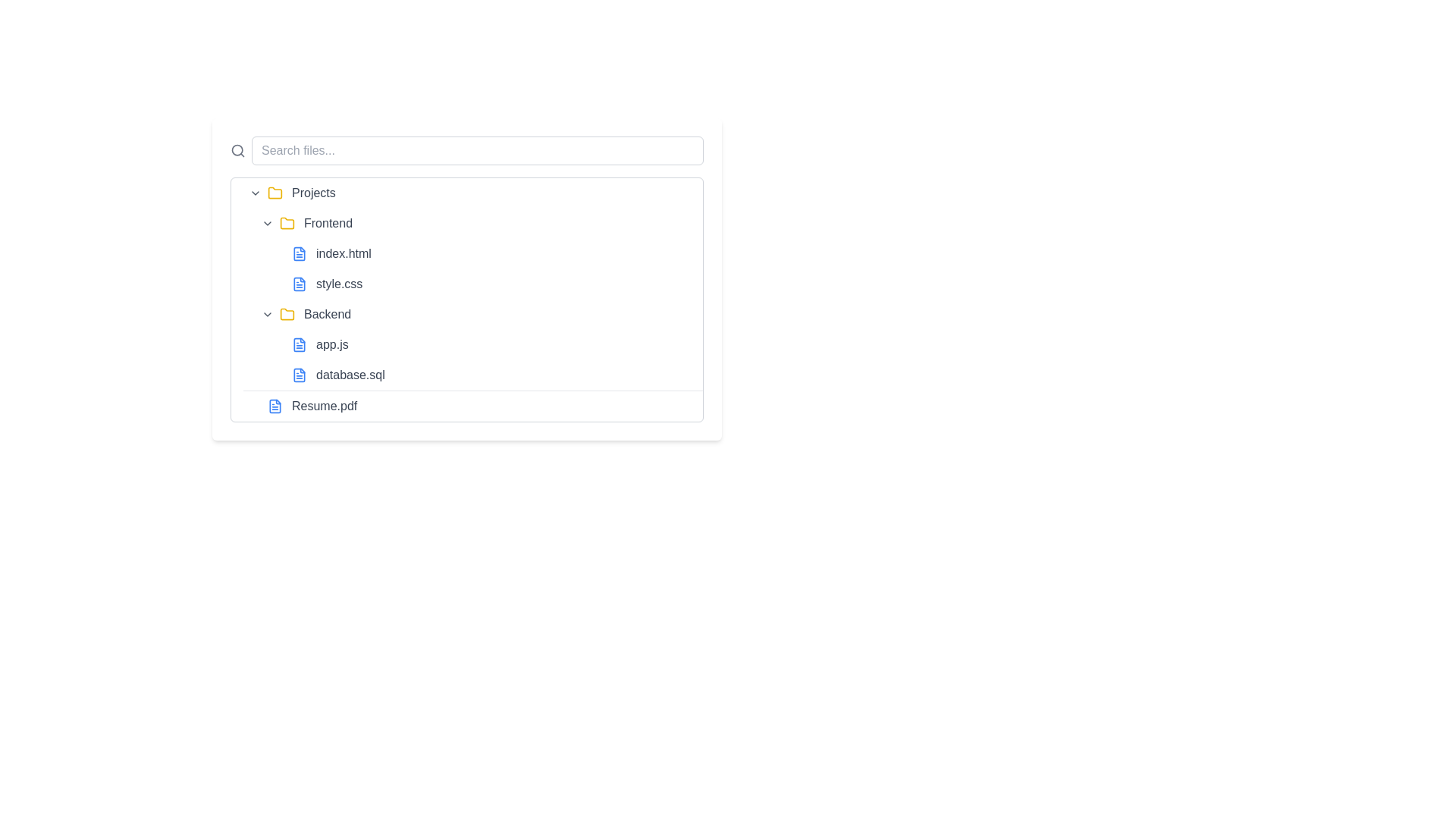  Describe the element at coordinates (342, 253) in the screenshot. I see `the text label 'index.html' located in the 'Frontend' folder` at that location.